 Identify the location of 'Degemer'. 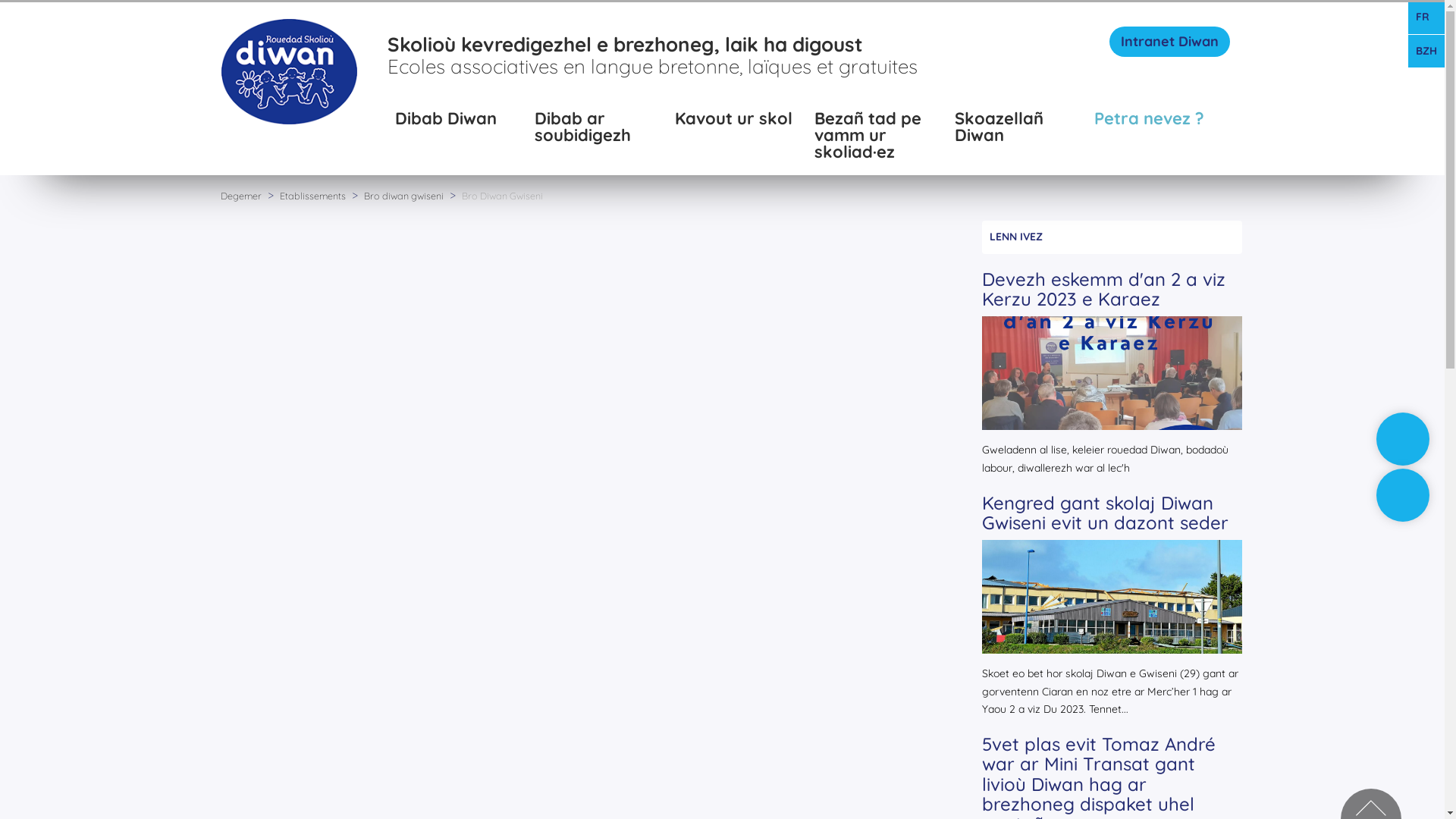
(218, 195).